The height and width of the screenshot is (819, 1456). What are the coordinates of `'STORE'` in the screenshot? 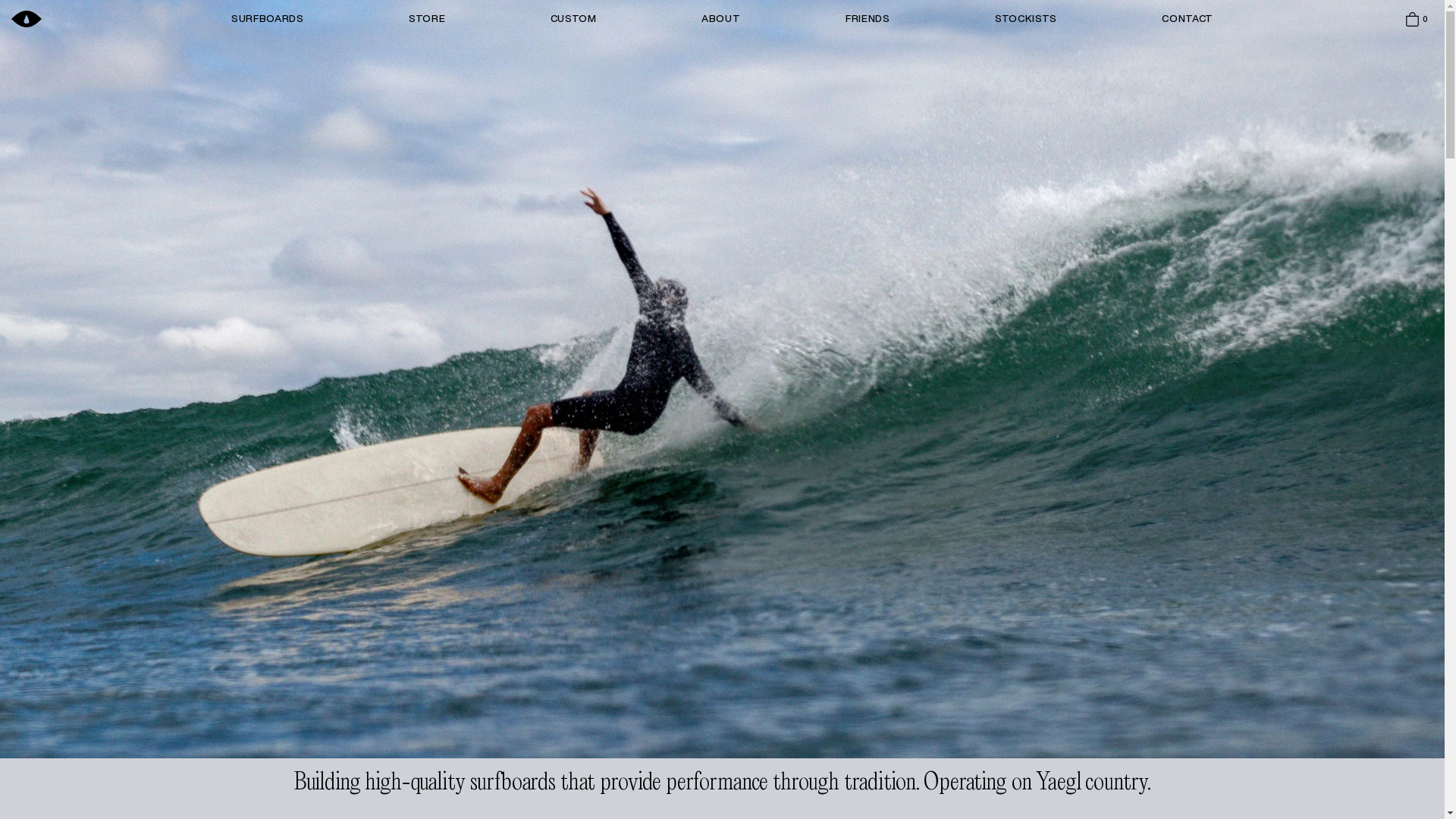 It's located at (425, 18).